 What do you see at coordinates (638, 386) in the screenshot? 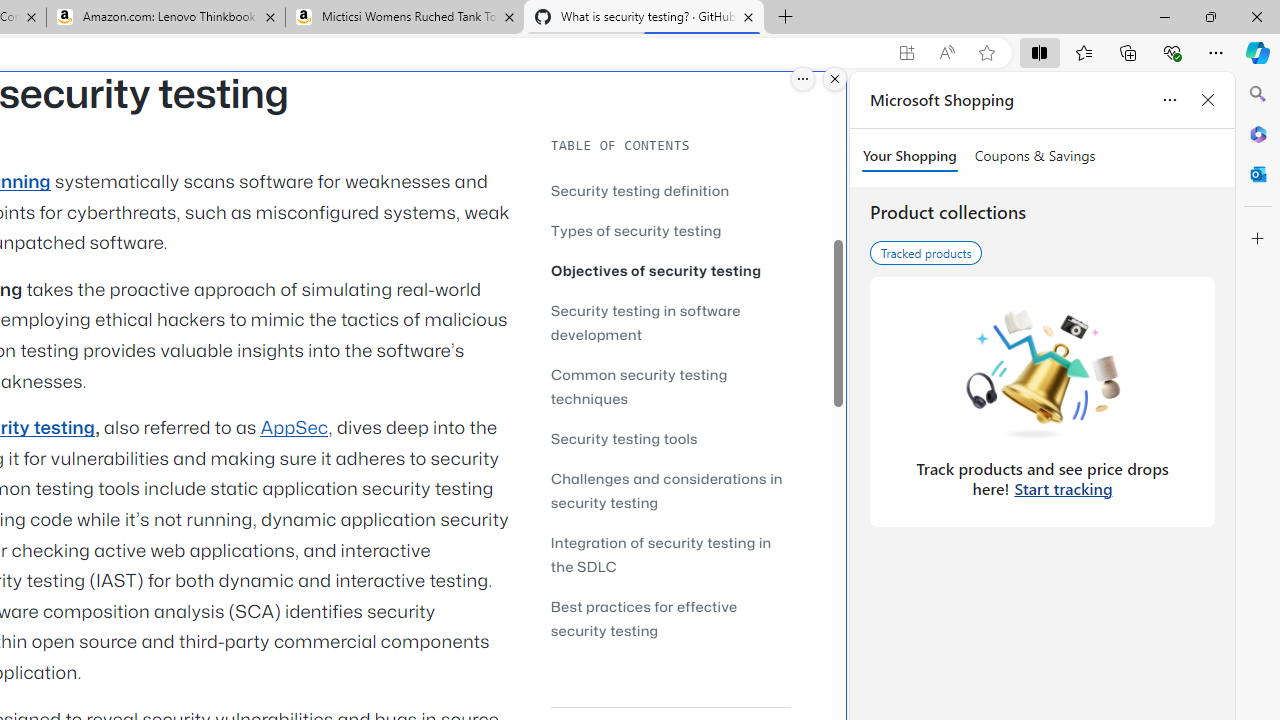
I see `'Common security testing techniques'` at bounding box center [638, 386].